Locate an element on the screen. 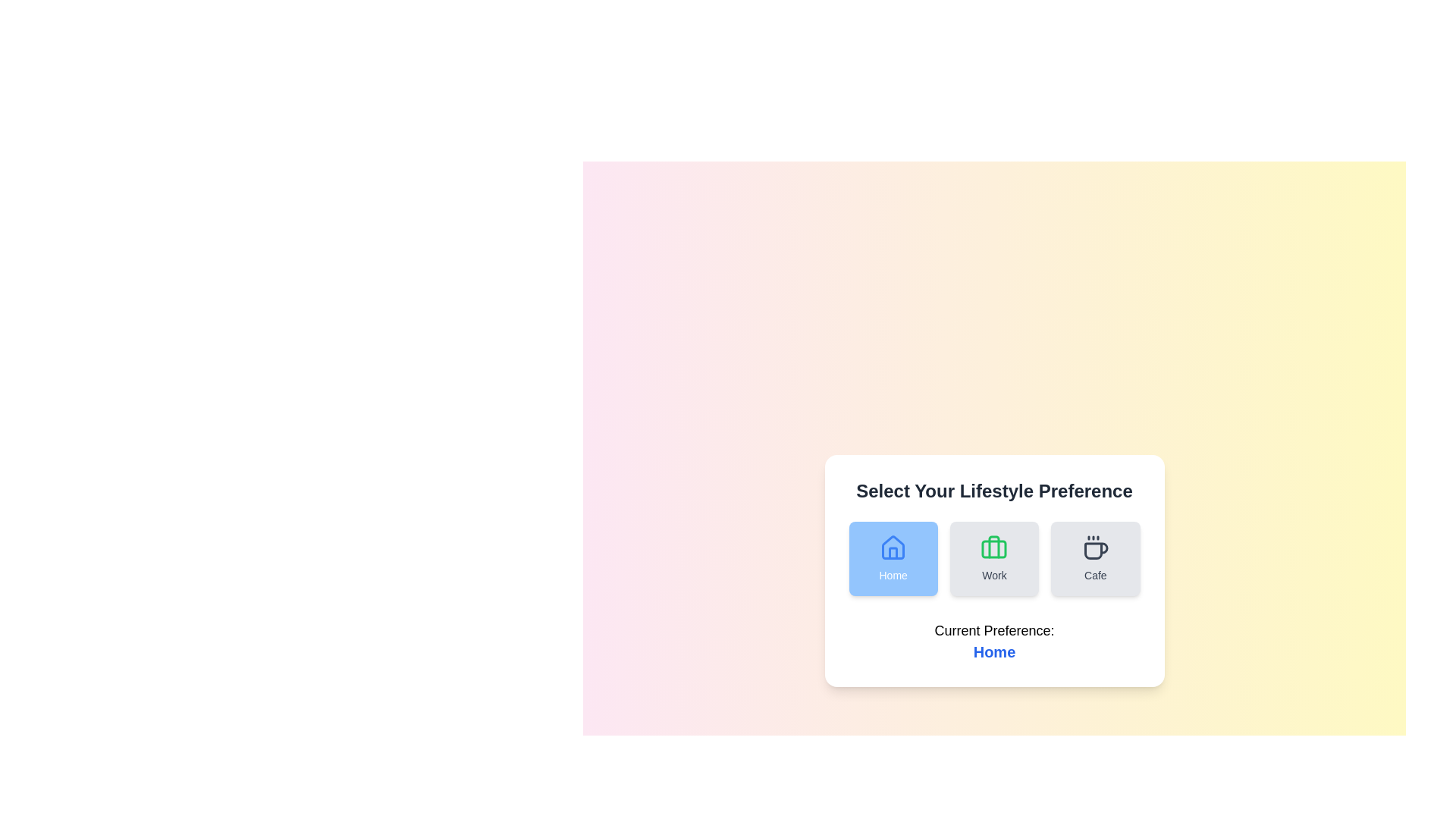 Image resolution: width=1456 pixels, height=819 pixels. the 'Cafe' text label located in the third column beneath the coffee cup icon is located at coordinates (1095, 576).